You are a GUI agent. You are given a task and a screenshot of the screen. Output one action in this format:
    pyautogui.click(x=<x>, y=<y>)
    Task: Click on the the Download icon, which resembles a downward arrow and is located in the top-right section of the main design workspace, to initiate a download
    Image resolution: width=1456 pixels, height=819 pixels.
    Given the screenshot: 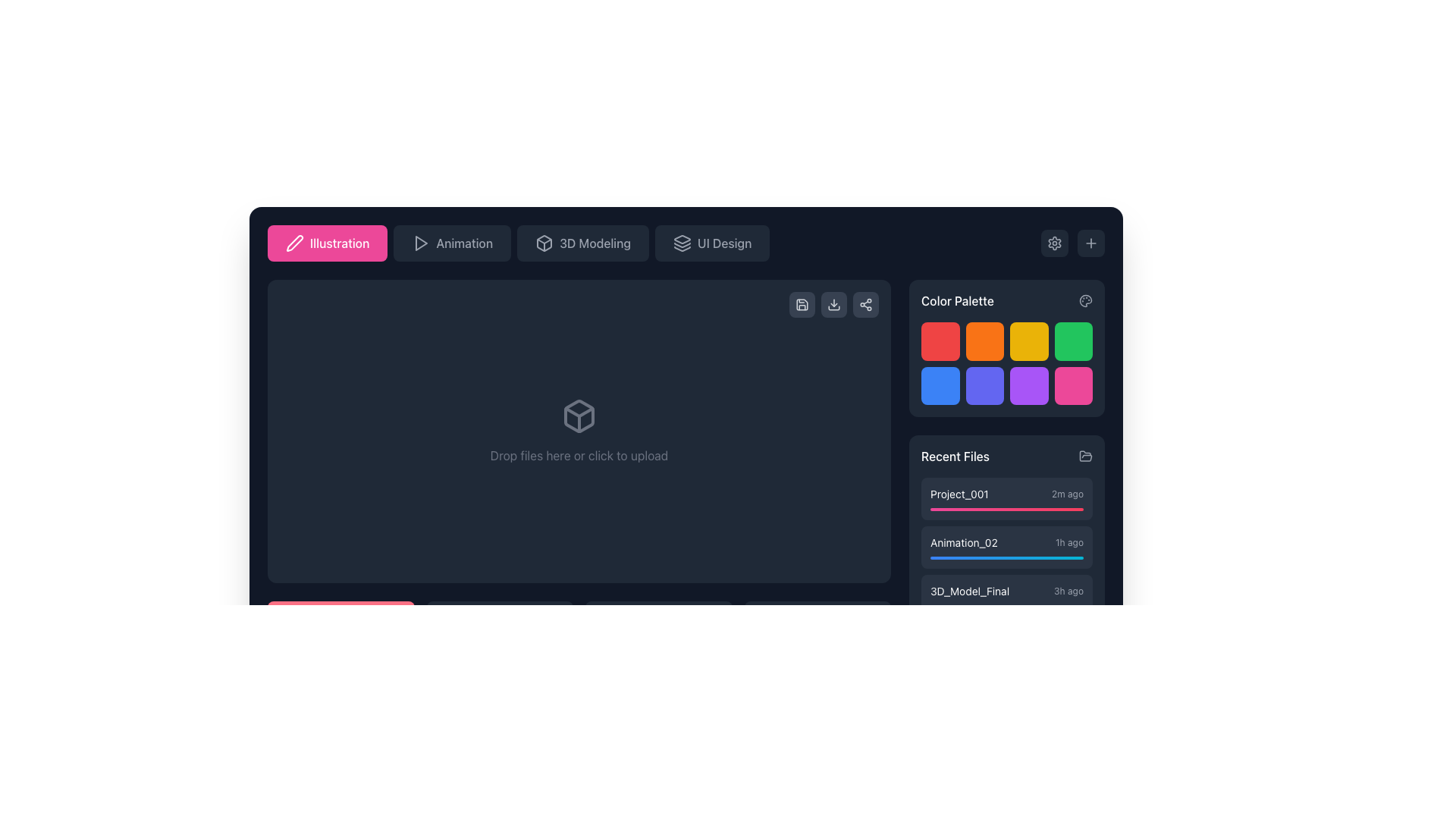 What is the action you would take?
    pyautogui.click(x=833, y=304)
    